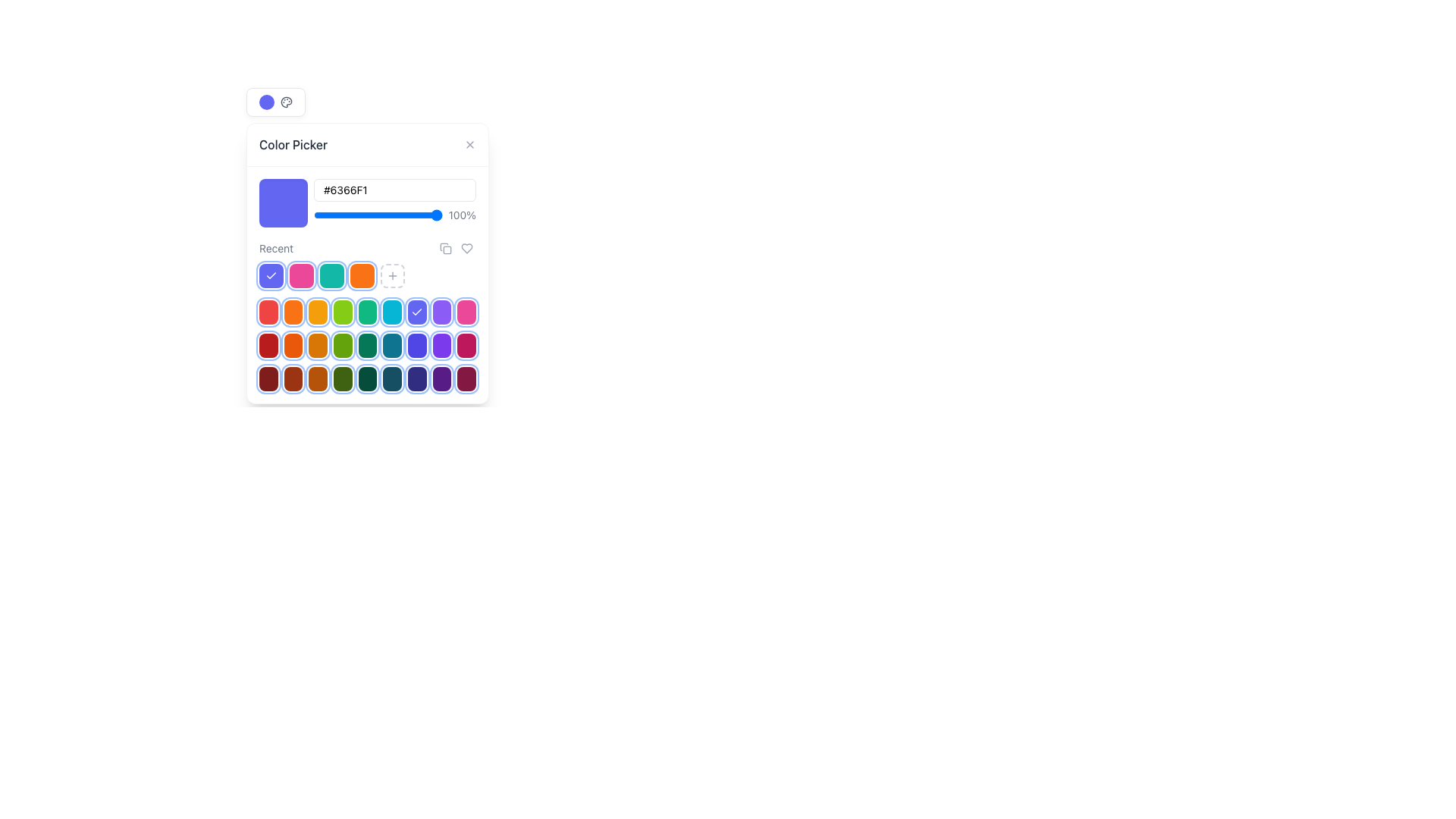 The image size is (1456, 819). What do you see at coordinates (317, 378) in the screenshot?
I see `the third color selection button in the 'Color Picker' panel to observe the hover effect` at bounding box center [317, 378].